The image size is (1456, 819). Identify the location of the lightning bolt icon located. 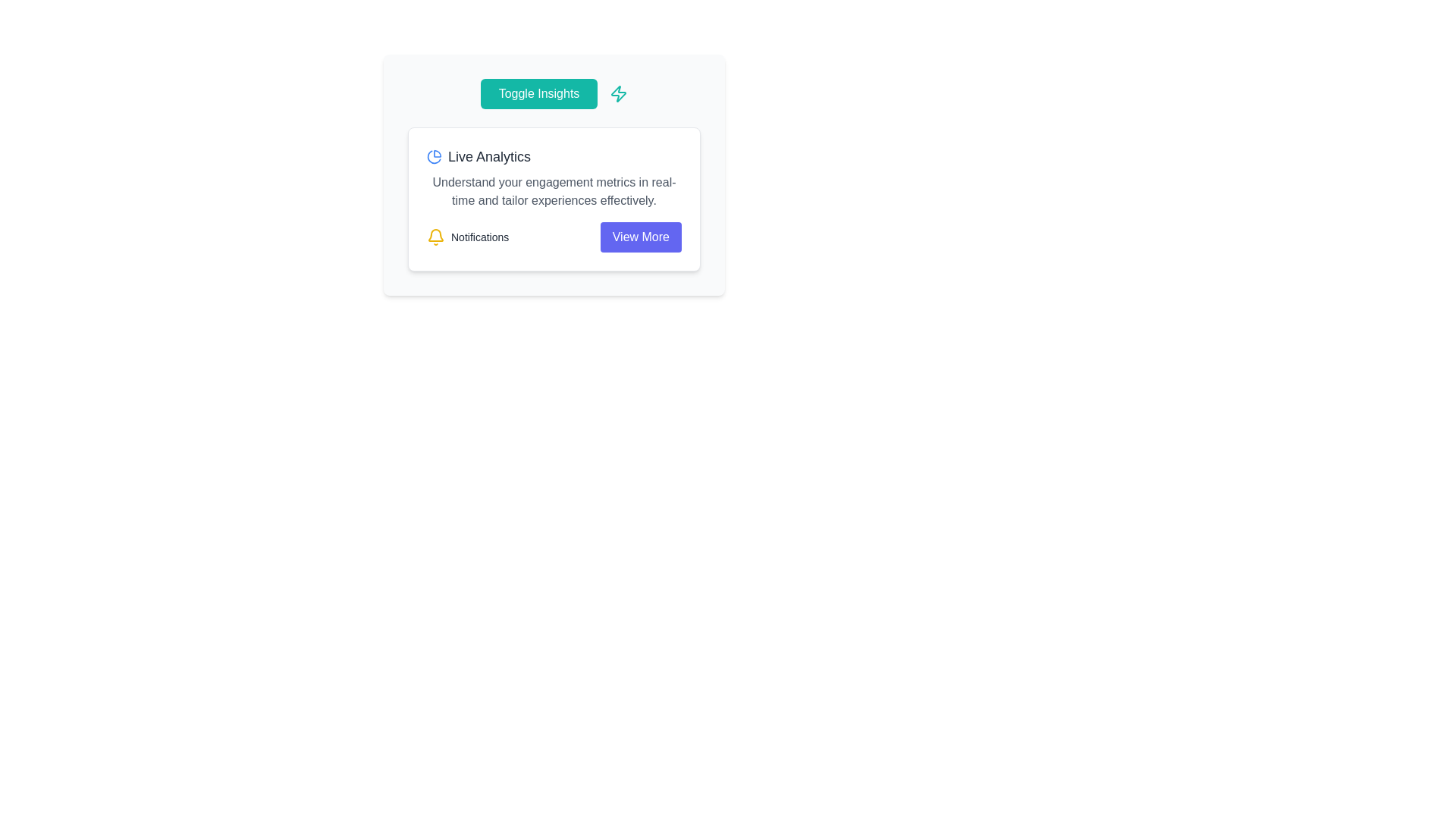
(619, 93).